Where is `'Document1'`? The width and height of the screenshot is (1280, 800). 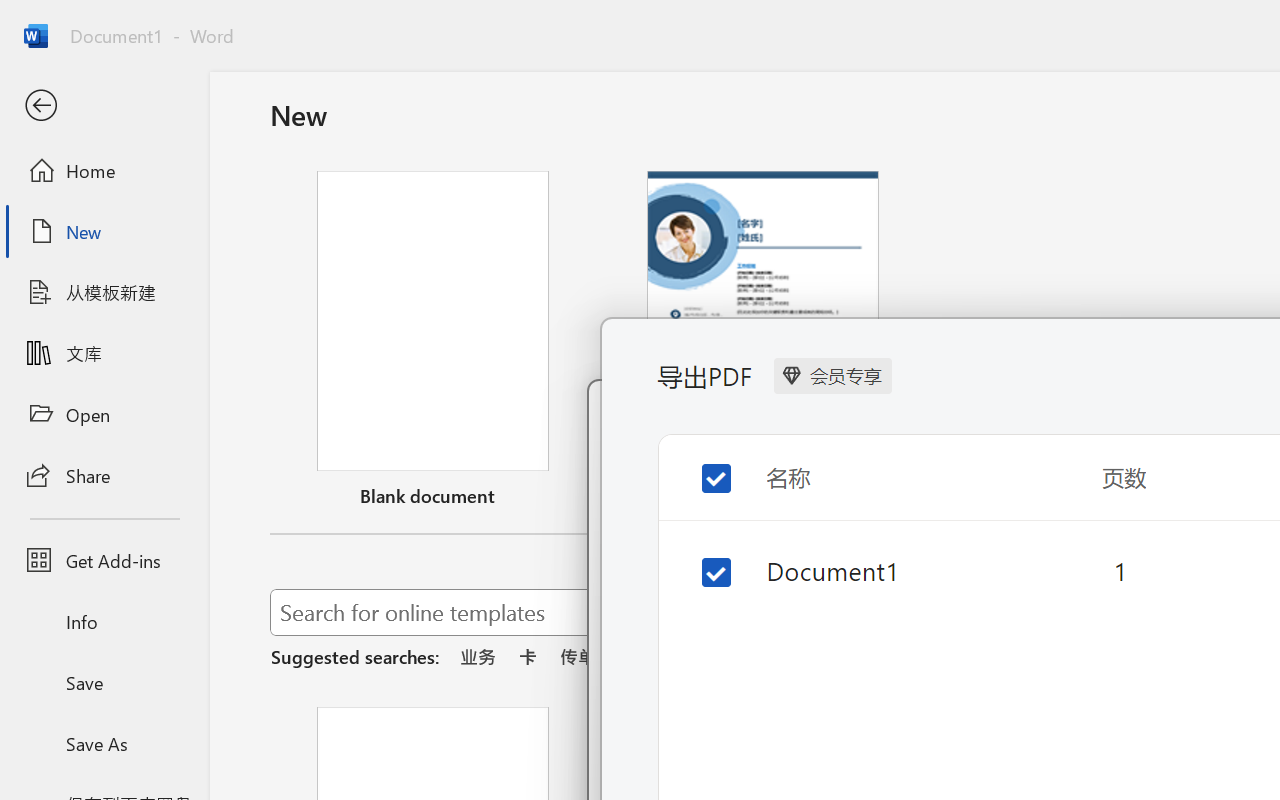 'Document1' is located at coordinates (880, 569).